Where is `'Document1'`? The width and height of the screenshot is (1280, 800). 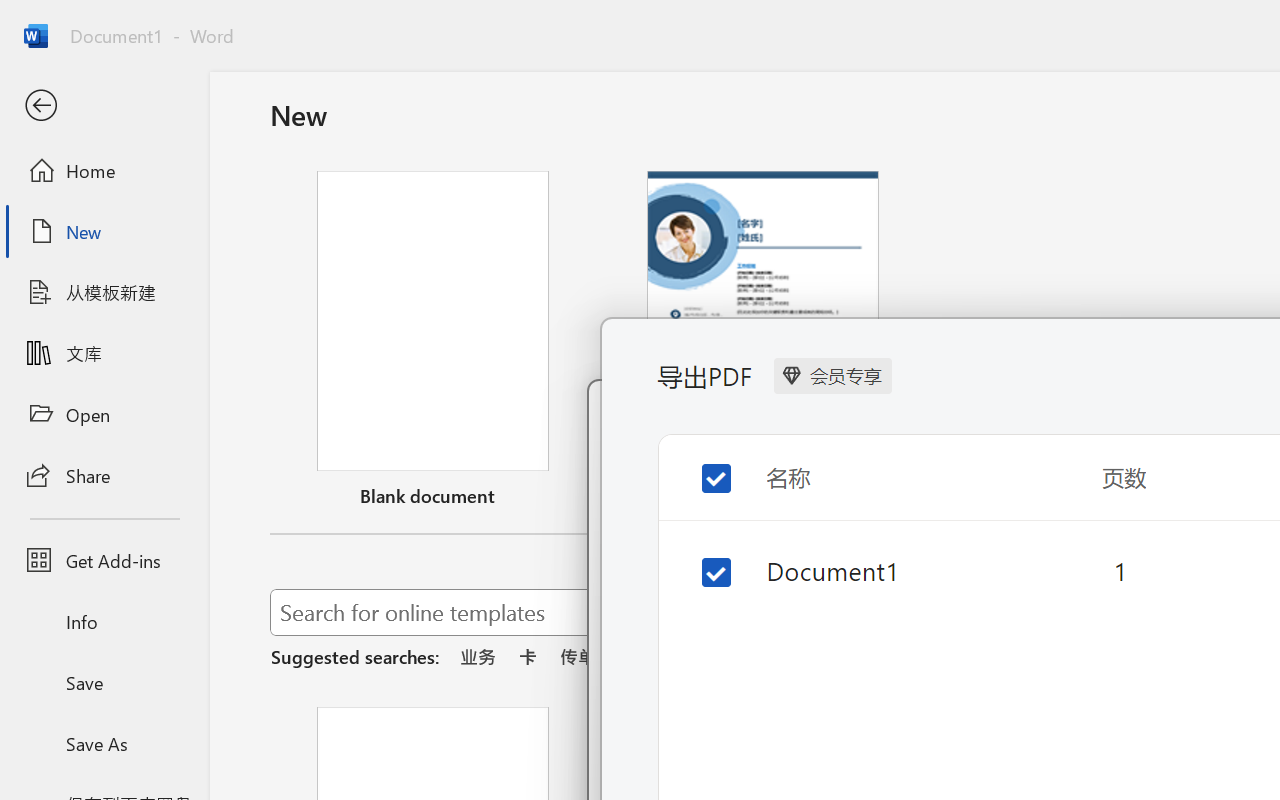 'Document1' is located at coordinates (880, 569).